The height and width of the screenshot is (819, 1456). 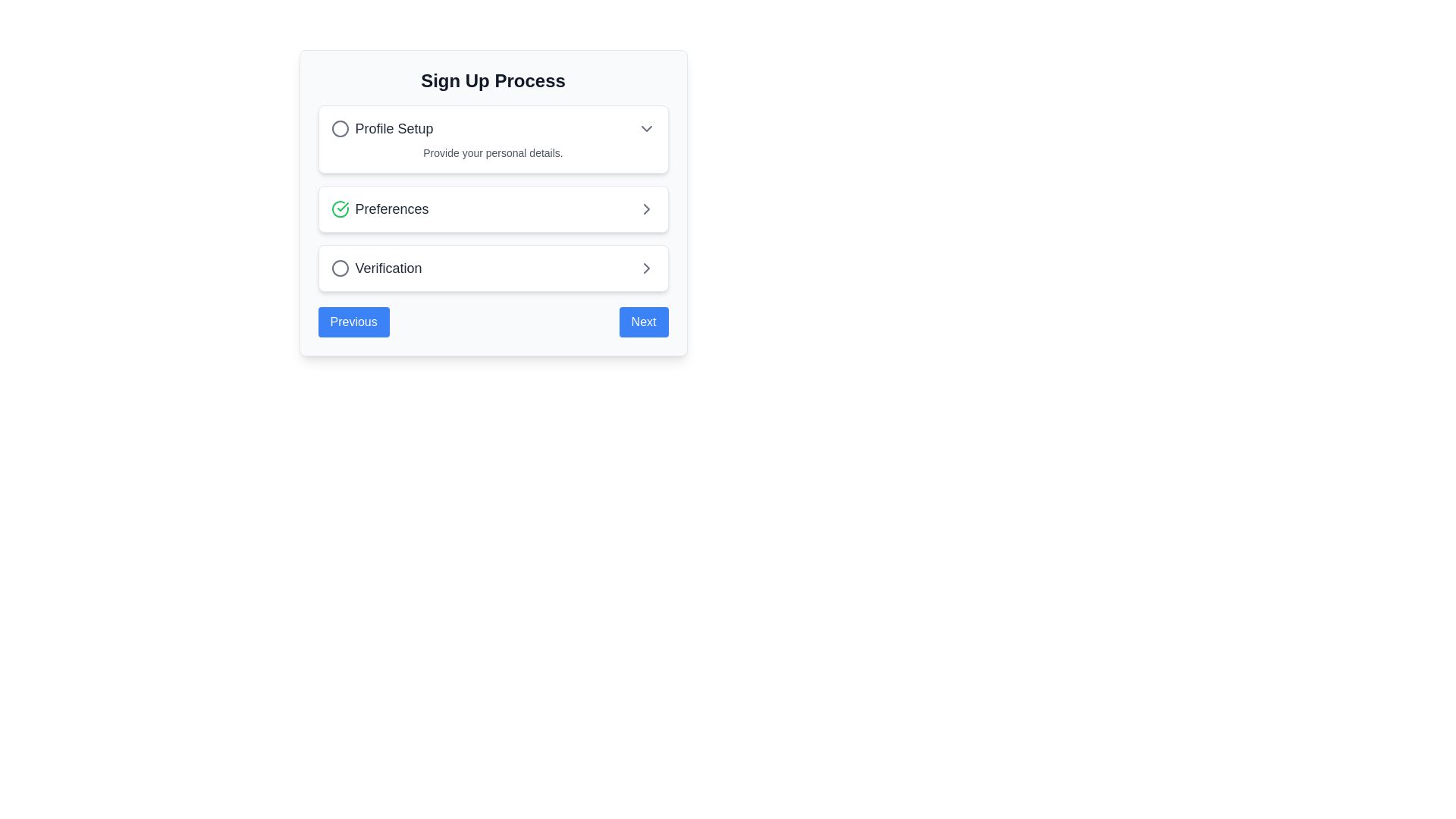 I want to click on the 'Previous' or 'Next' button in the Navigation control, so click(x=493, y=321).